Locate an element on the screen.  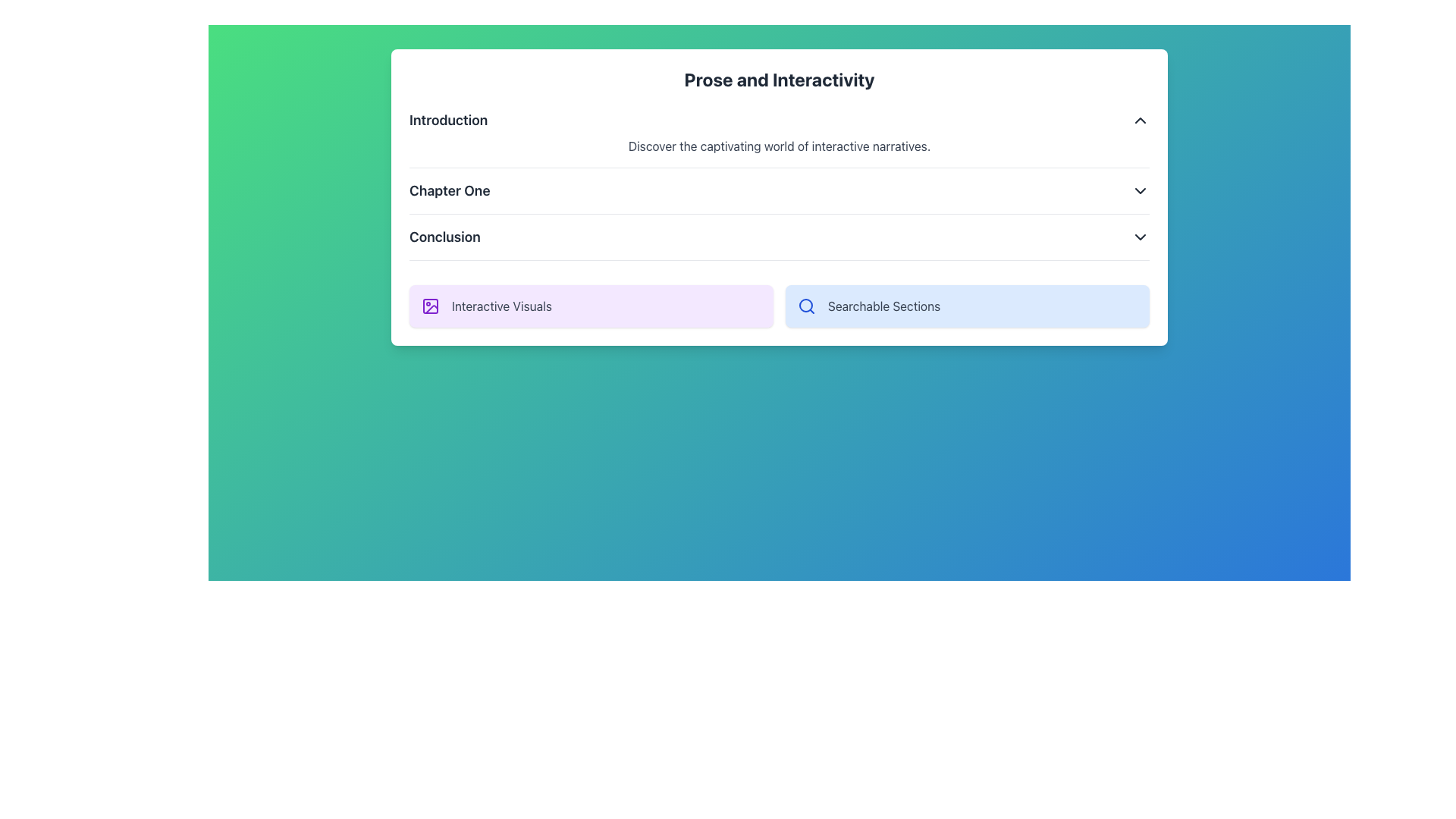
the chevron icon button located to the right of the 'Chapter One' text in the header, which serves as a trigger for expanding or collapsing the section, to receive visual feedback is located at coordinates (1140, 190).